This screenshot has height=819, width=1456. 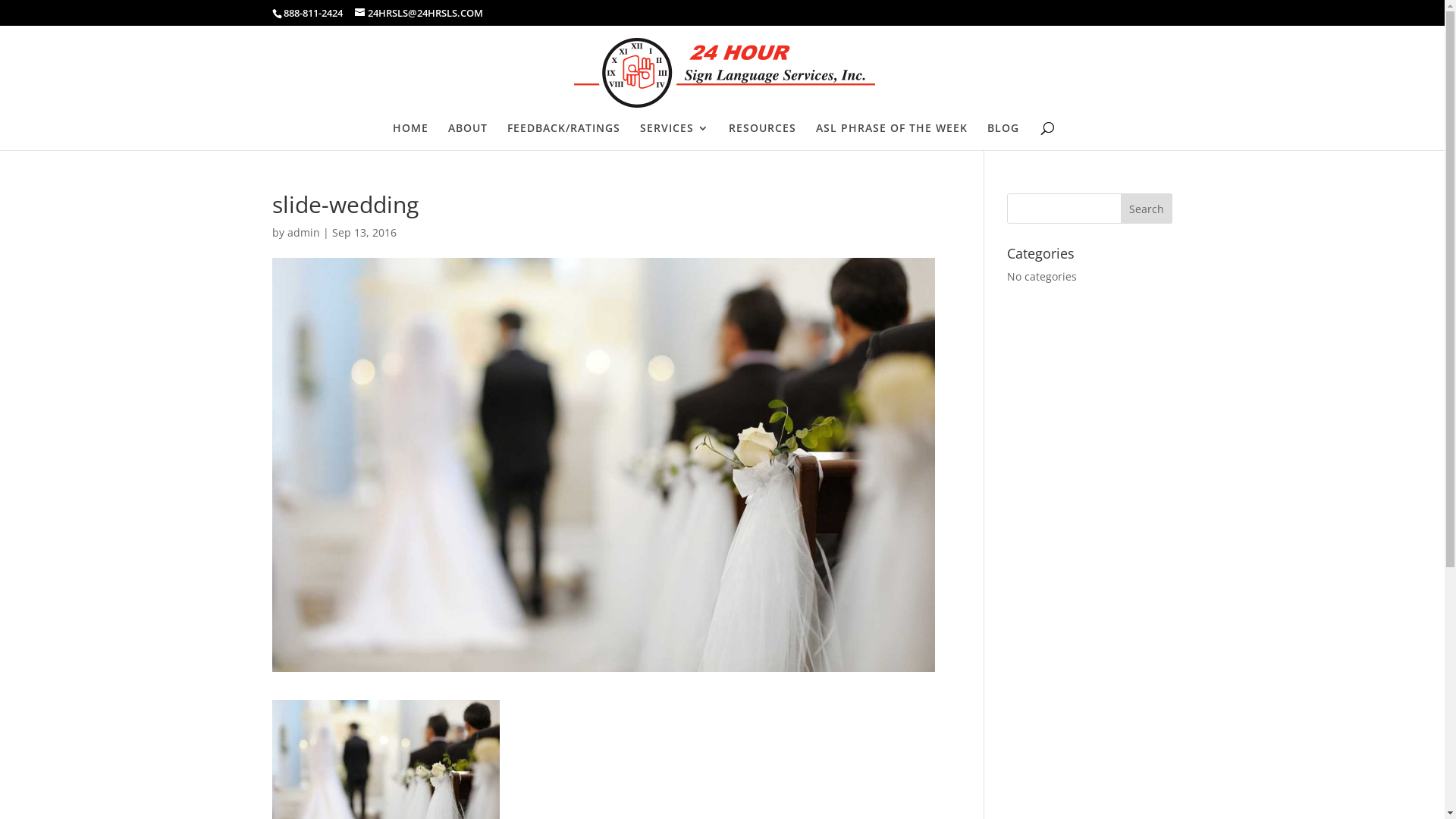 I want to click on 'ABOUT', so click(x=466, y=136).